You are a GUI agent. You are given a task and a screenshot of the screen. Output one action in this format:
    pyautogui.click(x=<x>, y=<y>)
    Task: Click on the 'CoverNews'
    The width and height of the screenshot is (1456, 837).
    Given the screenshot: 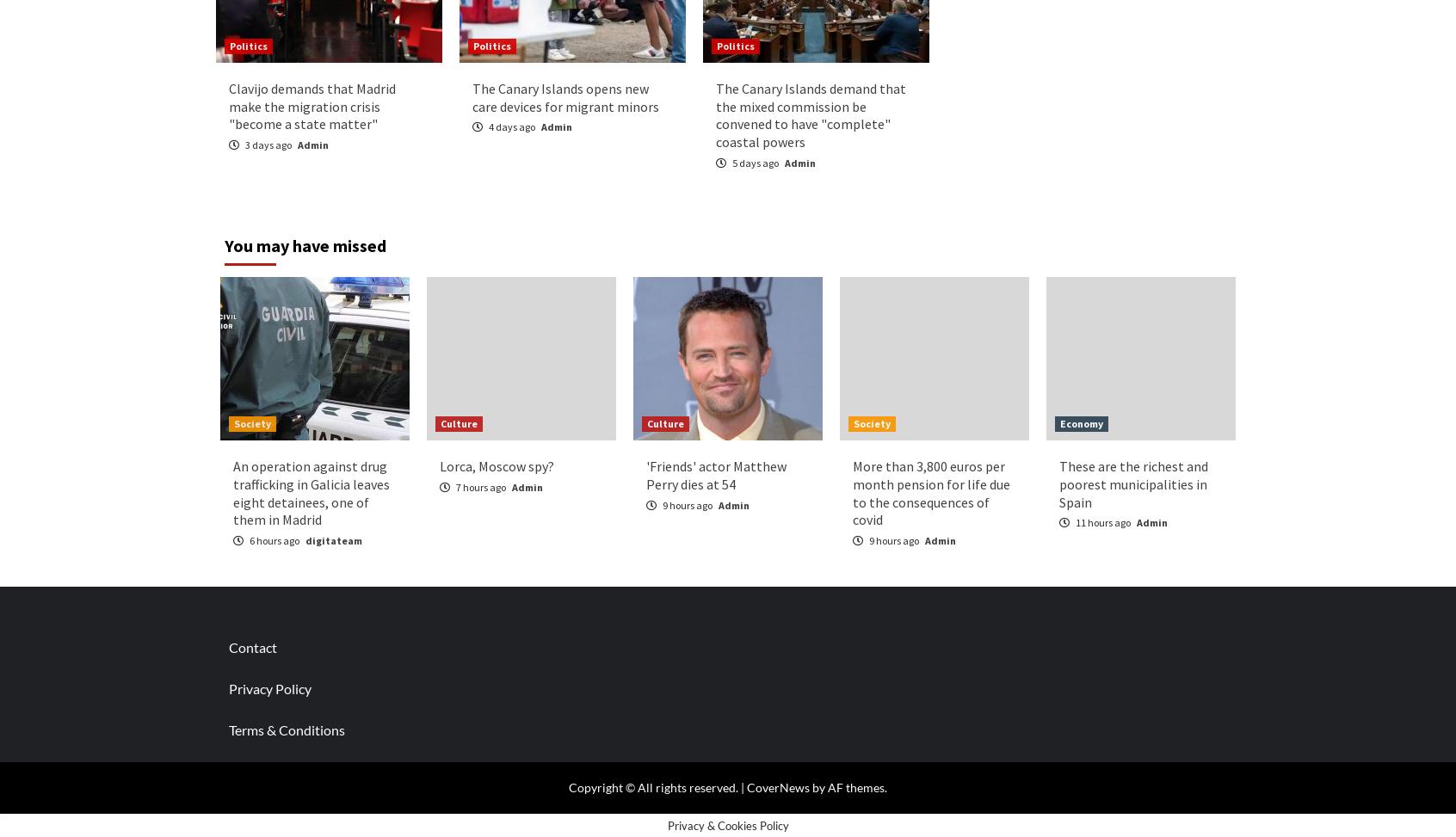 What is the action you would take?
    pyautogui.click(x=777, y=785)
    